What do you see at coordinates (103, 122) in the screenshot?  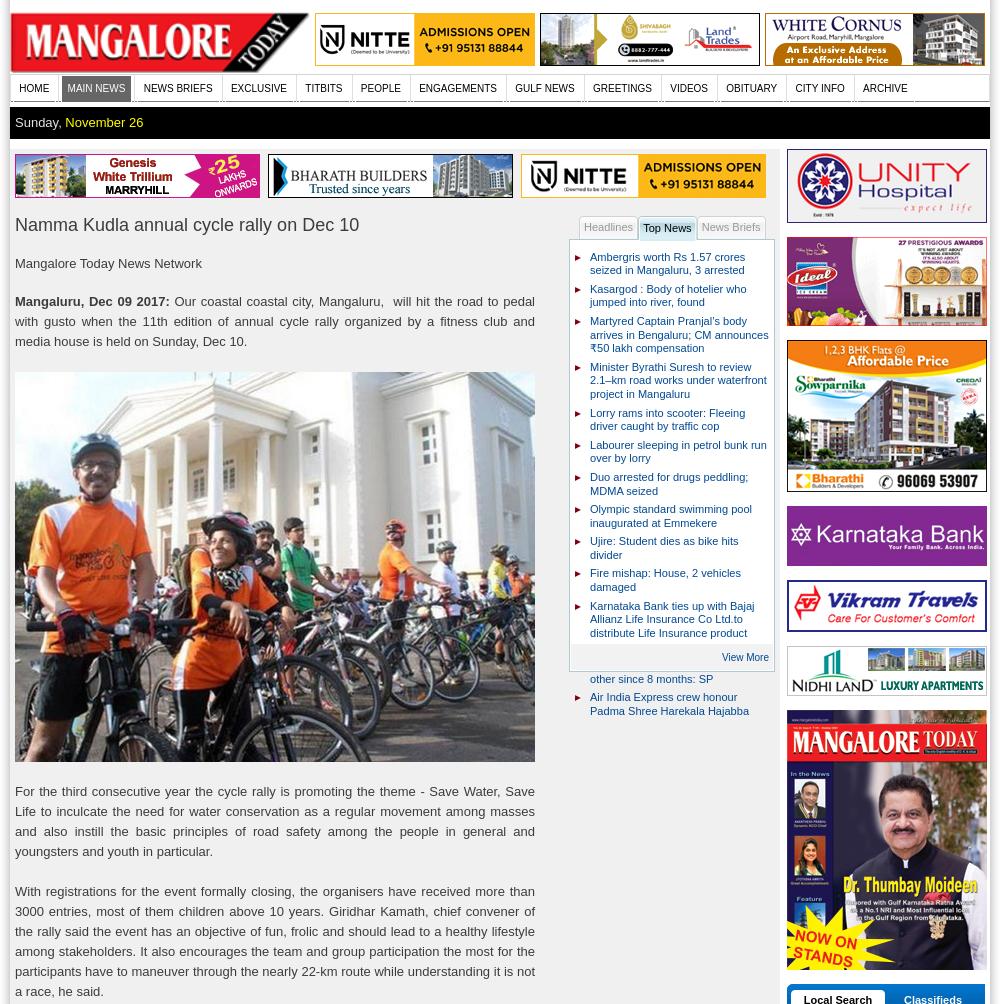 I see `'November 26'` at bounding box center [103, 122].